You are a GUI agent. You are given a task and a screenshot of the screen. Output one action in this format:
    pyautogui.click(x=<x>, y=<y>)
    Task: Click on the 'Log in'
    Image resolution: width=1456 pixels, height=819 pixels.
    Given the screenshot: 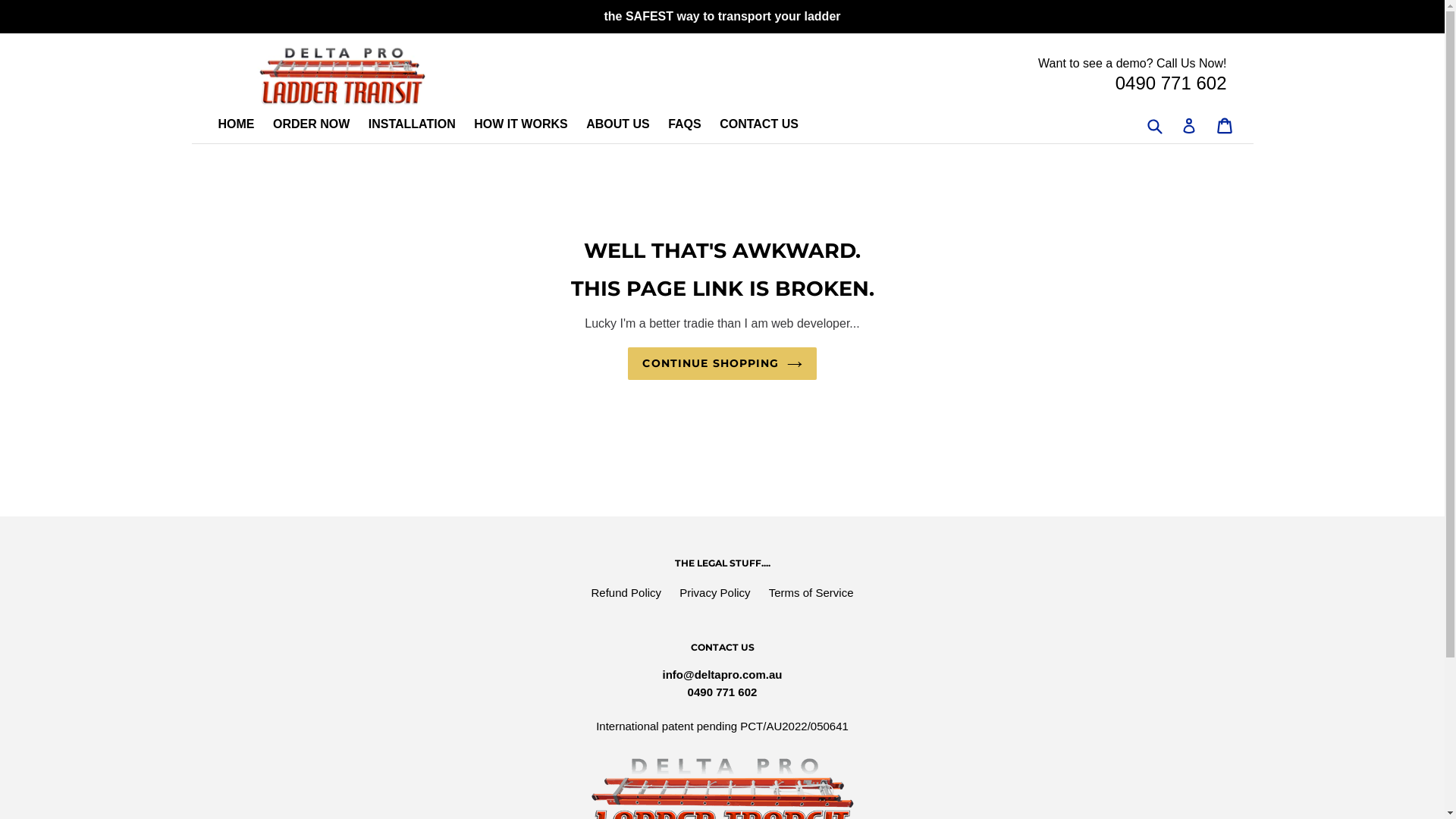 What is the action you would take?
    pyautogui.click(x=1188, y=124)
    